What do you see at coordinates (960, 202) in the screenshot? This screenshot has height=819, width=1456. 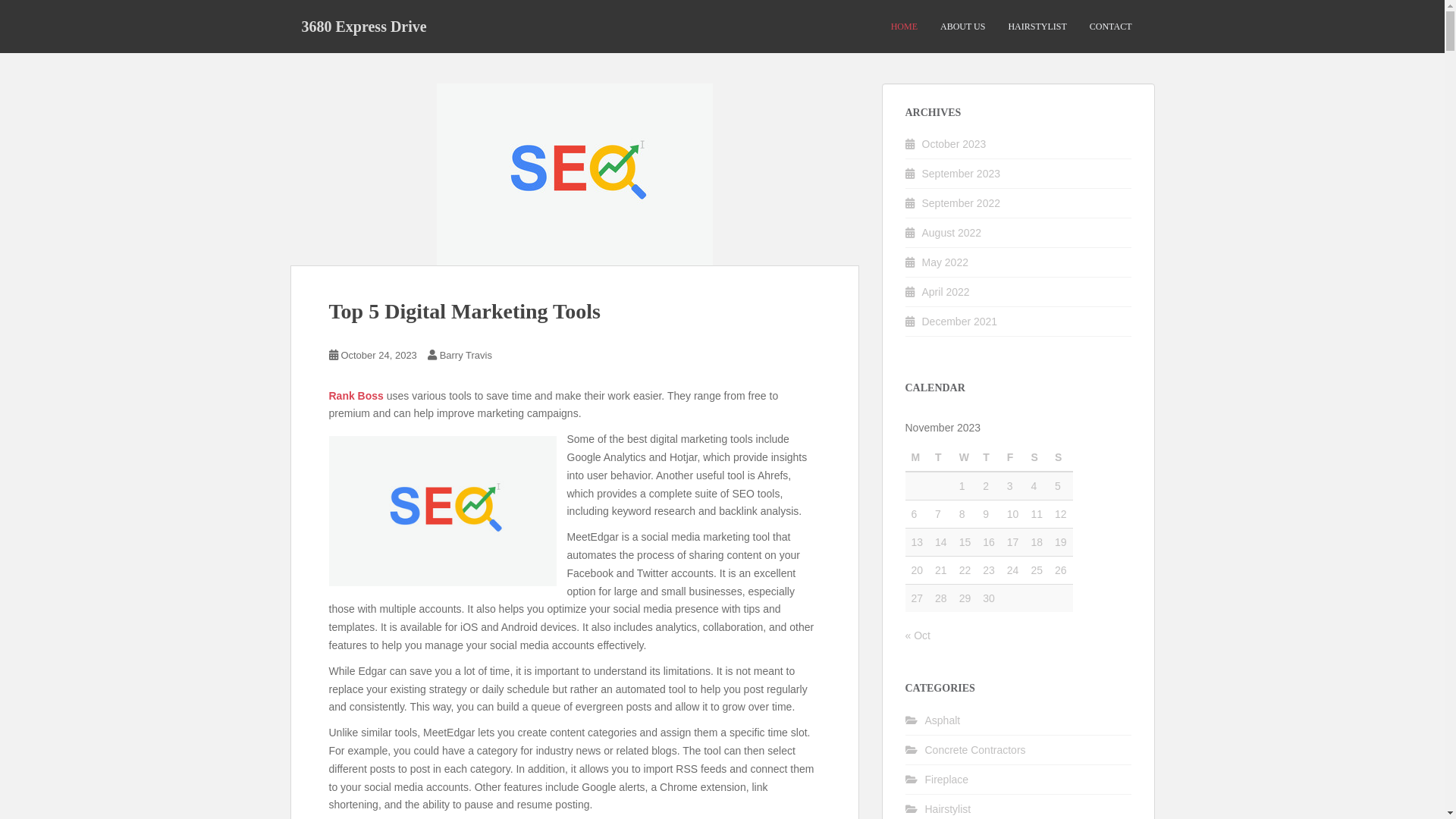 I see `'September 2022'` at bounding box center [960, 202].